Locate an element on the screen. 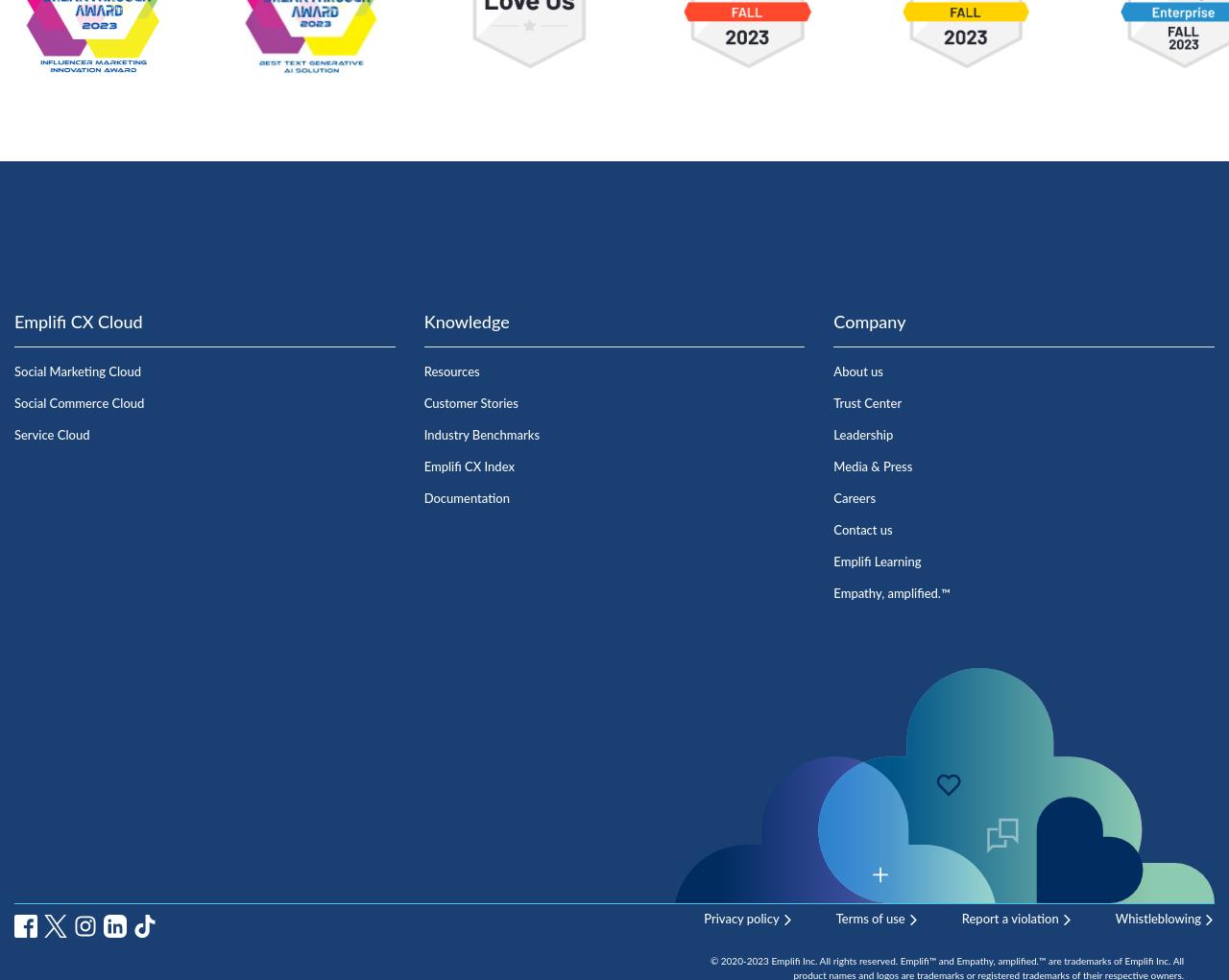 The width and height of the screenshot is (1229, 980). 'Leadership' is located at coordinates (832, 435).